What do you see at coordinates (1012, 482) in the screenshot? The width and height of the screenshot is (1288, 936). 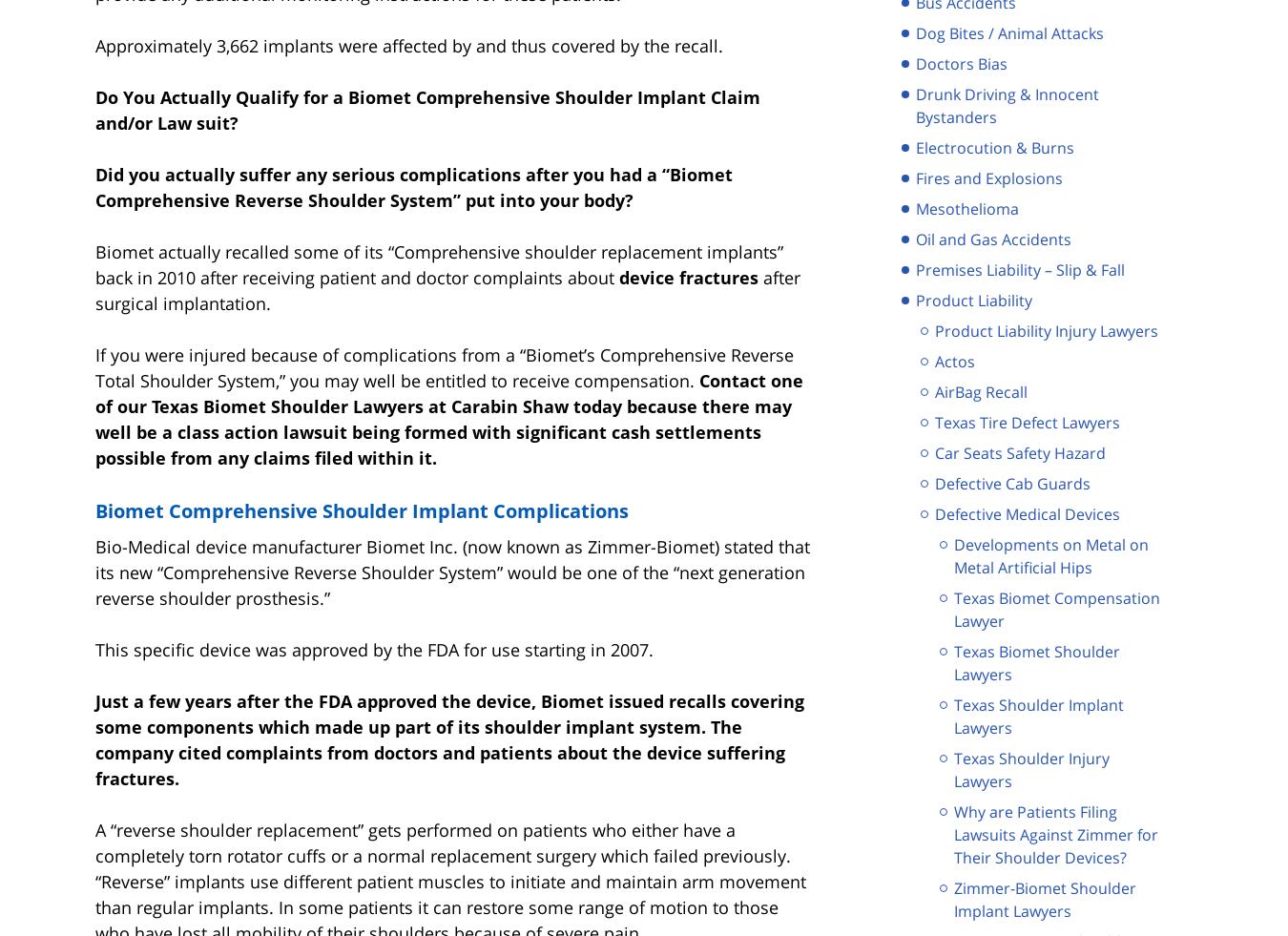 I see `'Defective Cab Guards'` at bounding box center [1012, 482].